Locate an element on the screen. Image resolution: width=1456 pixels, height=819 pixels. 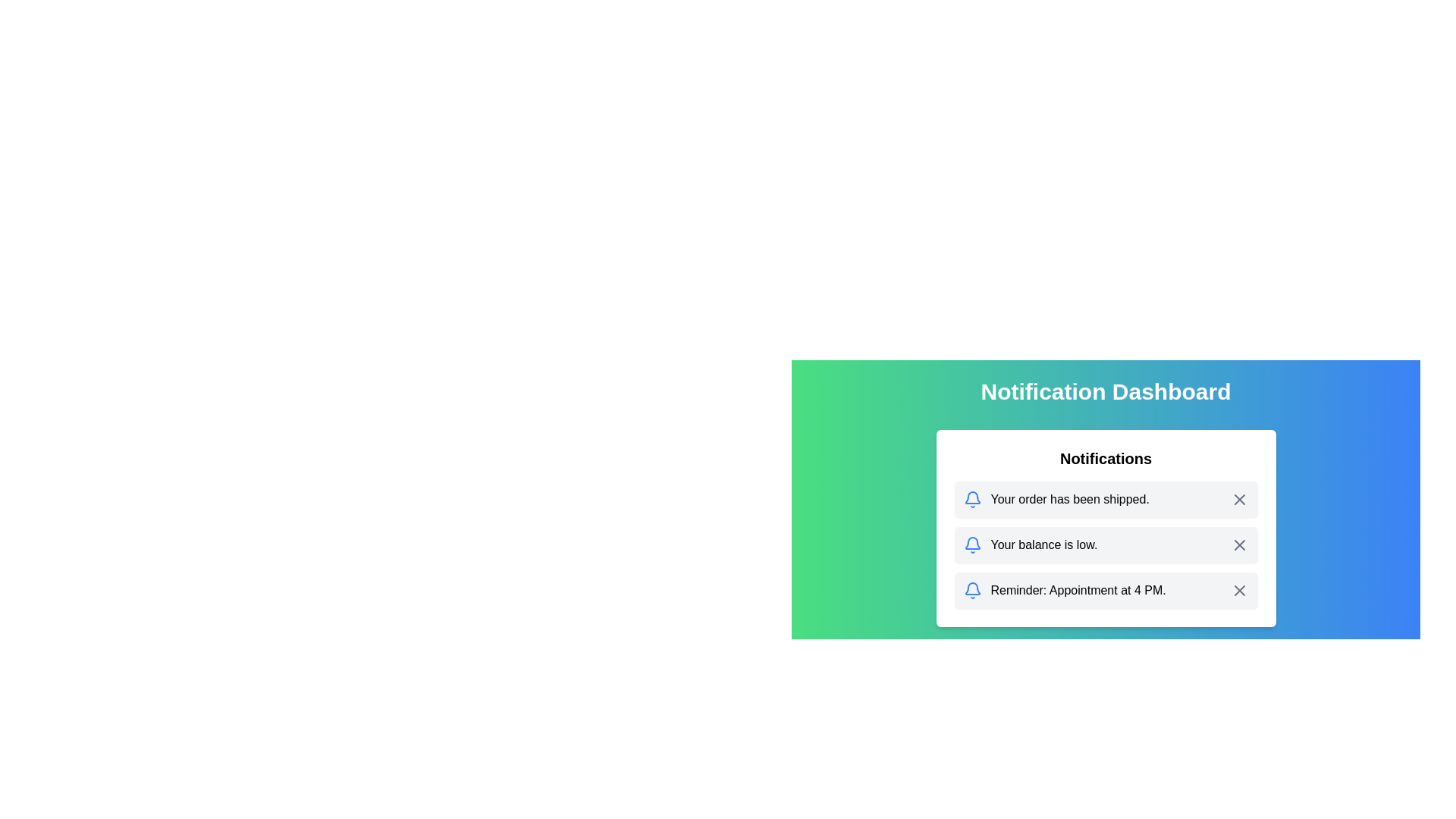
the close button icon located in the top-right corner of the notification that says 'Your order has been shipped' is located at coordinates (1239, 500).